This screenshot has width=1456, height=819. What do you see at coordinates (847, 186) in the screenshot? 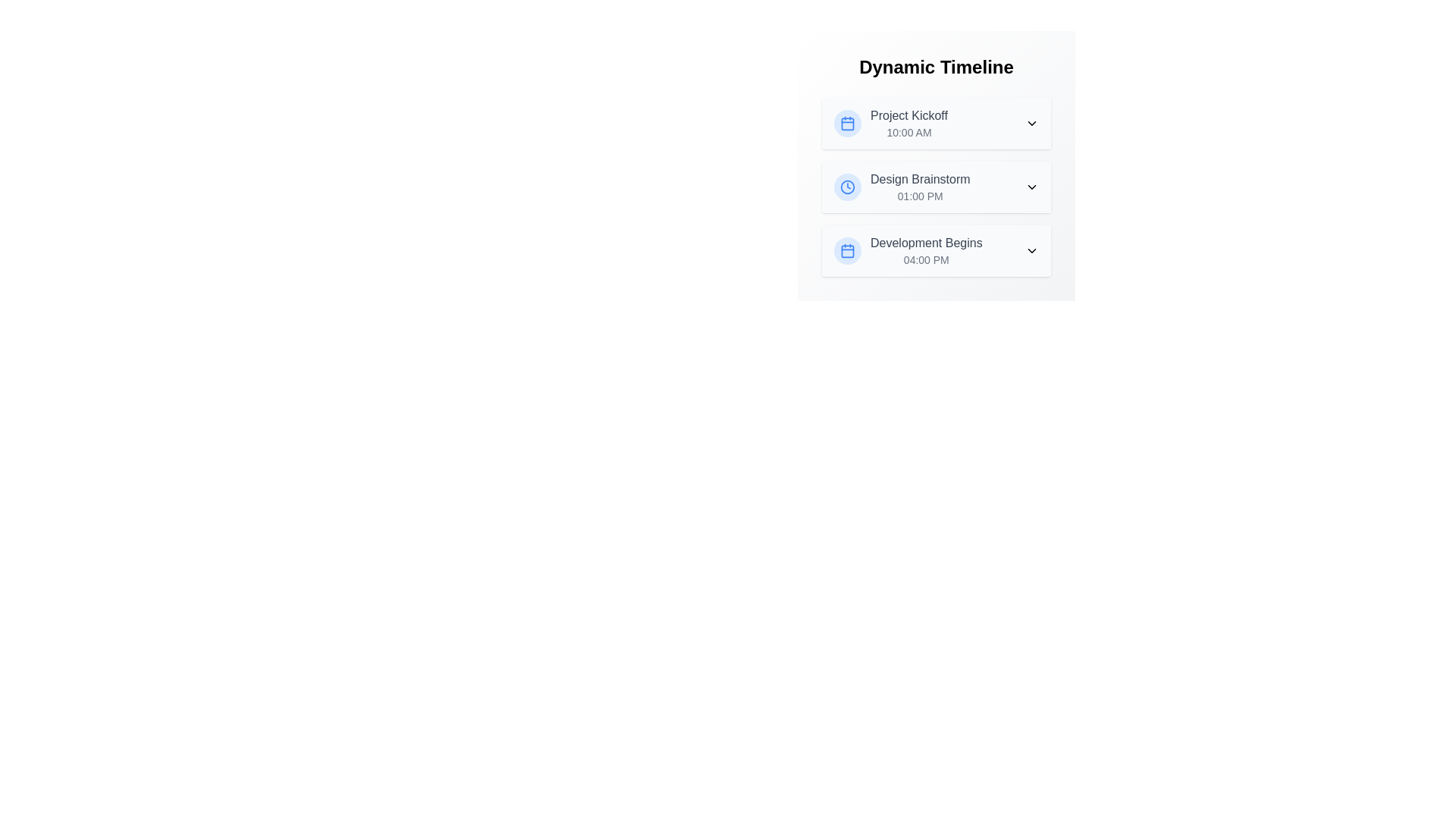
I see `the clock icon located in the second row of the 'Dynamic Timeline' component` at bounding box center [847, 186].